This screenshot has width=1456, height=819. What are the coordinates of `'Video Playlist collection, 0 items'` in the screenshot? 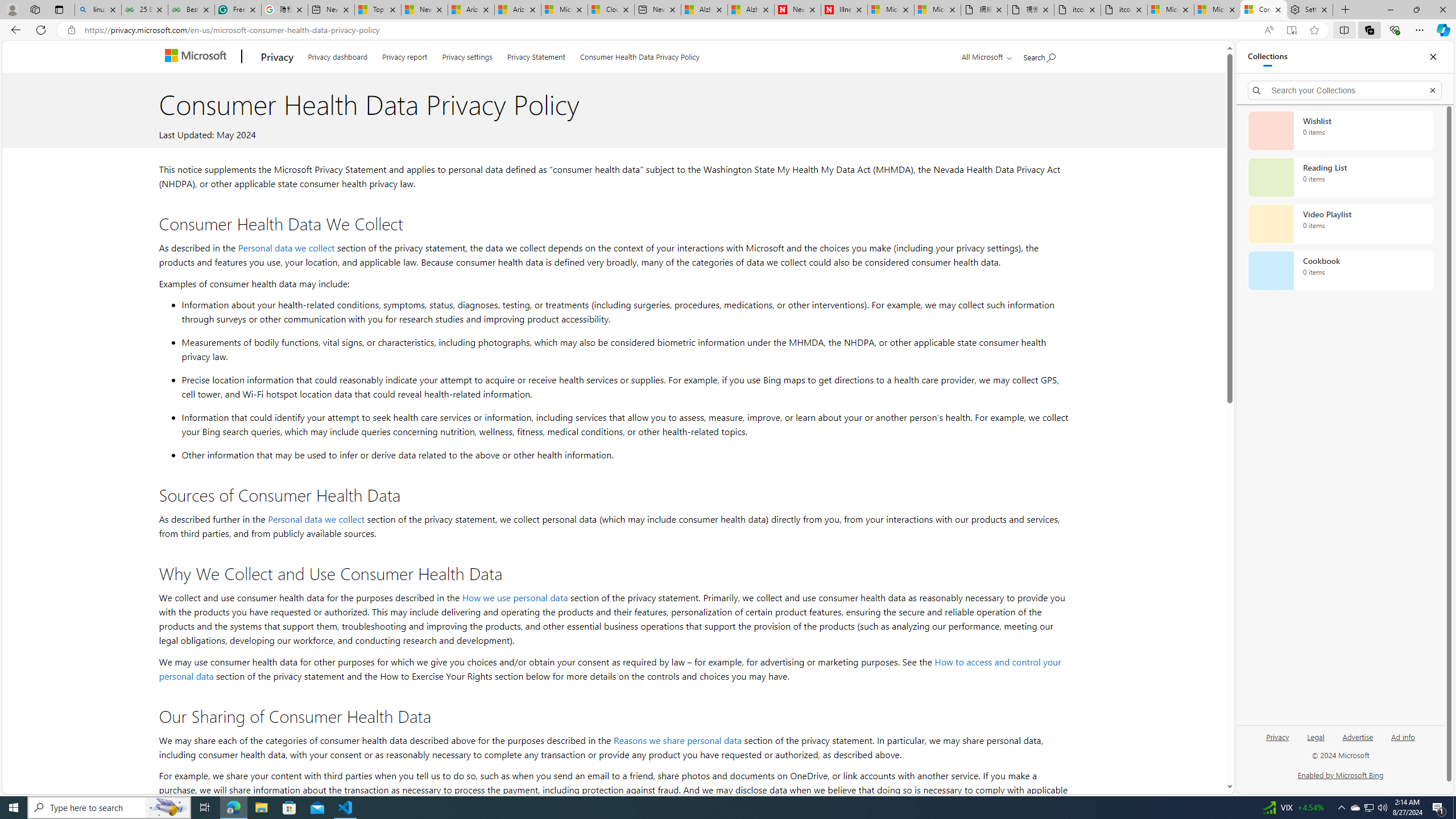 It's located at (1340, 223).